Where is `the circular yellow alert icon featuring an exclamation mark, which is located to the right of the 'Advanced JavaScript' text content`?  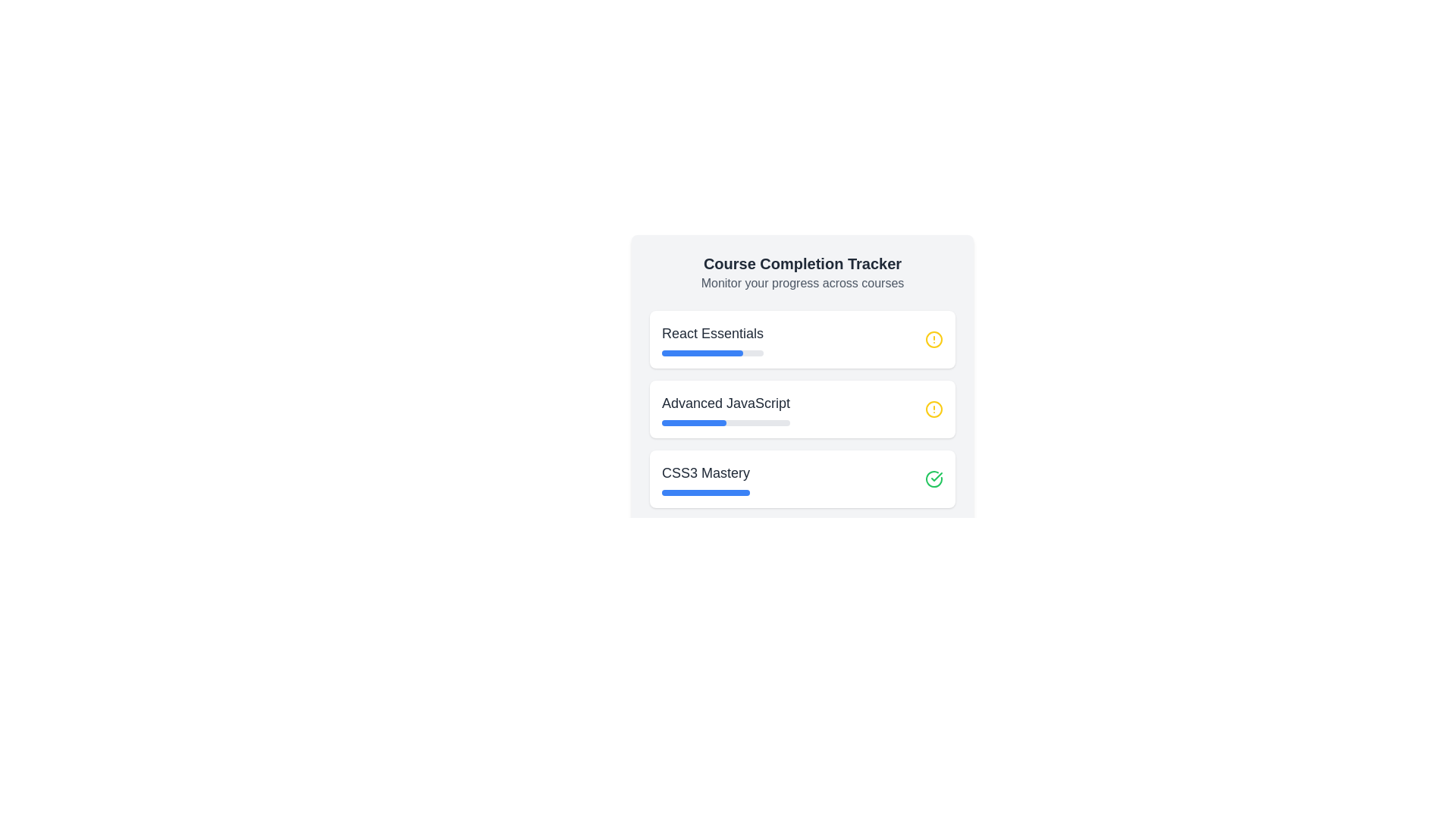 the circular yellow alert icon featuring an exclamation mark, which is located to the right of the 'Advanced JavaScript' text content is located at coordinates (934, 409).